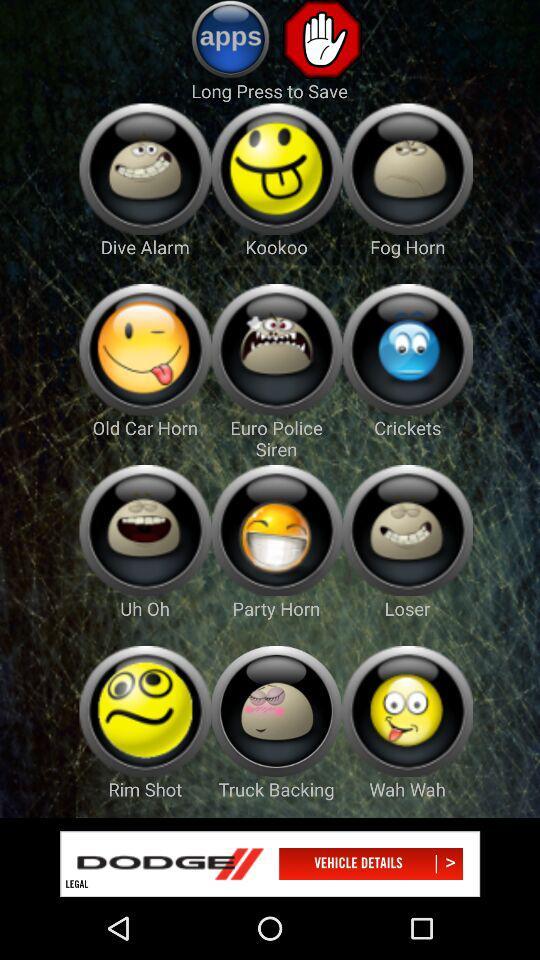 The width and height of the screenshot is (540, 960). I want to click on open face, so click(144, 529).